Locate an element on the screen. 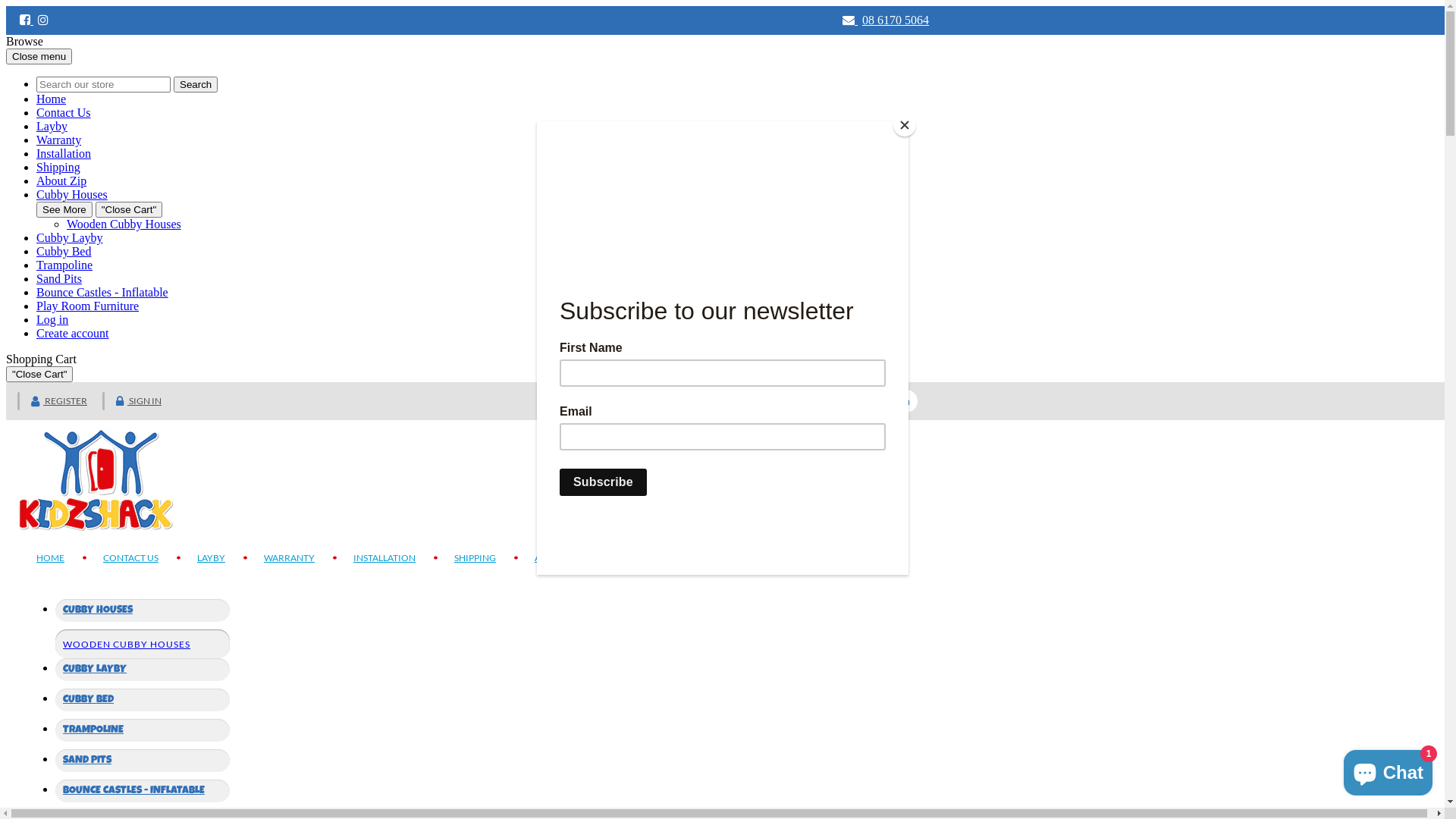 Image resolution: width=1456 pixels, height=819 pixels. 'CUBBY HOUSES' is located at coordinates (142, 610).